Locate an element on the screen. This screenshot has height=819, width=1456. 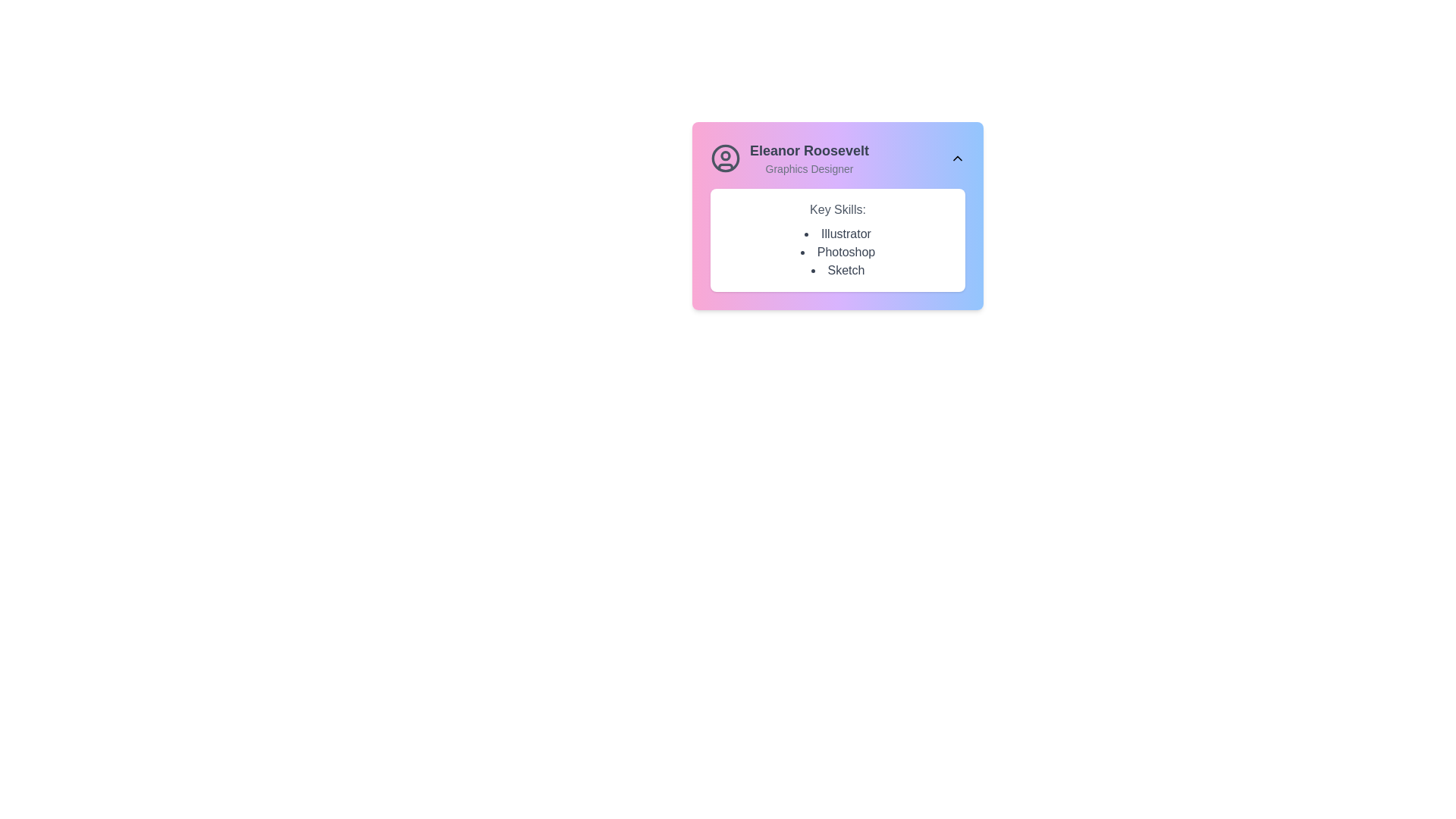
the 'Key Skills:' text label, which is styled with gray color and medium font weight, located at the top-left corner of a white information card is located at coordinates (836, 210).